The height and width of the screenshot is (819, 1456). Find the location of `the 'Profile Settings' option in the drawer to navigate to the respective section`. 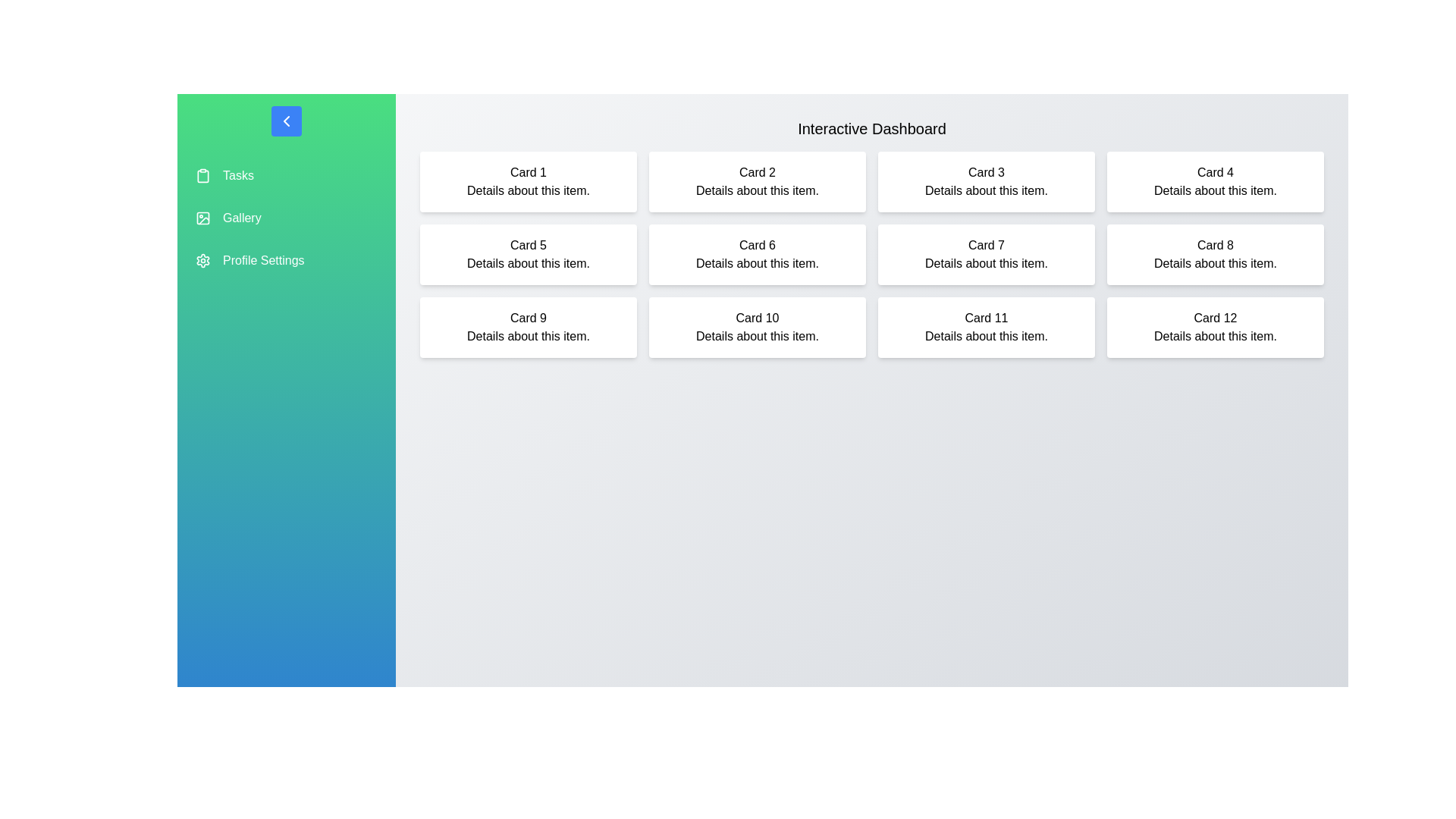

the 'Profile Settings' option in the drawer to navigate to the respective section is located at coordinates (287, 259).